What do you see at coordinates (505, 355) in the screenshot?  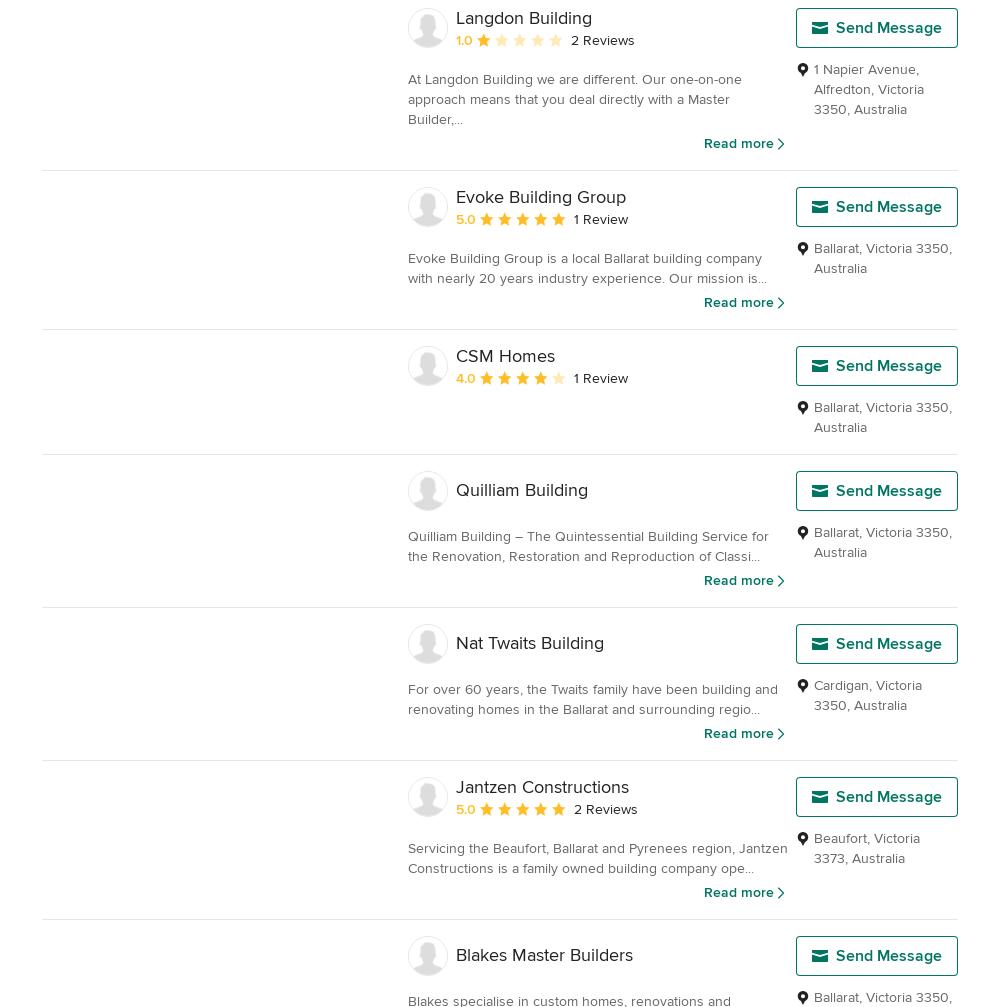 I see `'CSM Homes'` at bounding box center [505, 355].